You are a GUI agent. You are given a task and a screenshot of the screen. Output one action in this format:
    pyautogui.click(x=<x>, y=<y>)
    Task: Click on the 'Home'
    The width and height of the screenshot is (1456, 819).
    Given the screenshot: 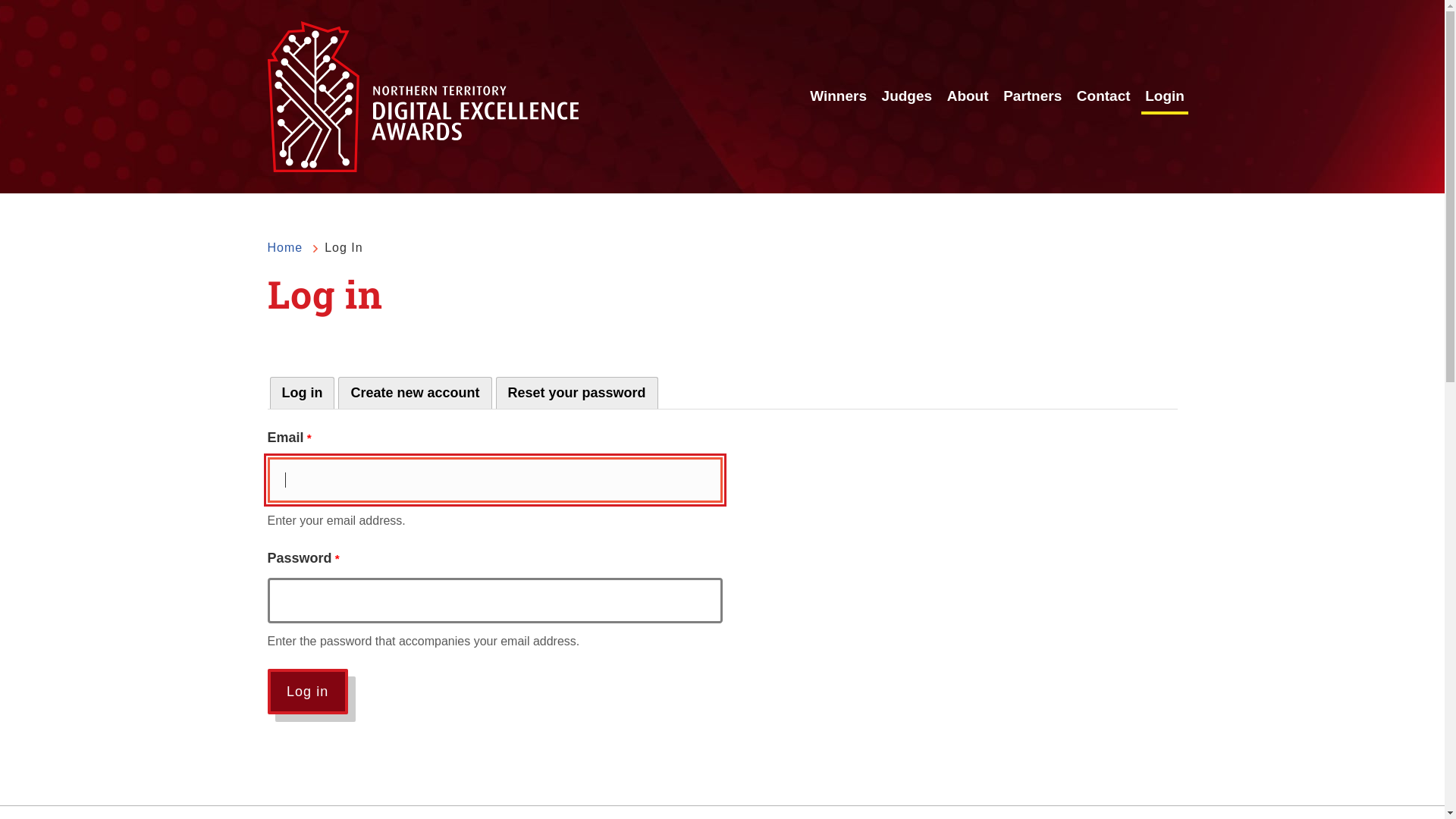 What is the action you would take?
    pyautogui.click(x=284, y=247)
    